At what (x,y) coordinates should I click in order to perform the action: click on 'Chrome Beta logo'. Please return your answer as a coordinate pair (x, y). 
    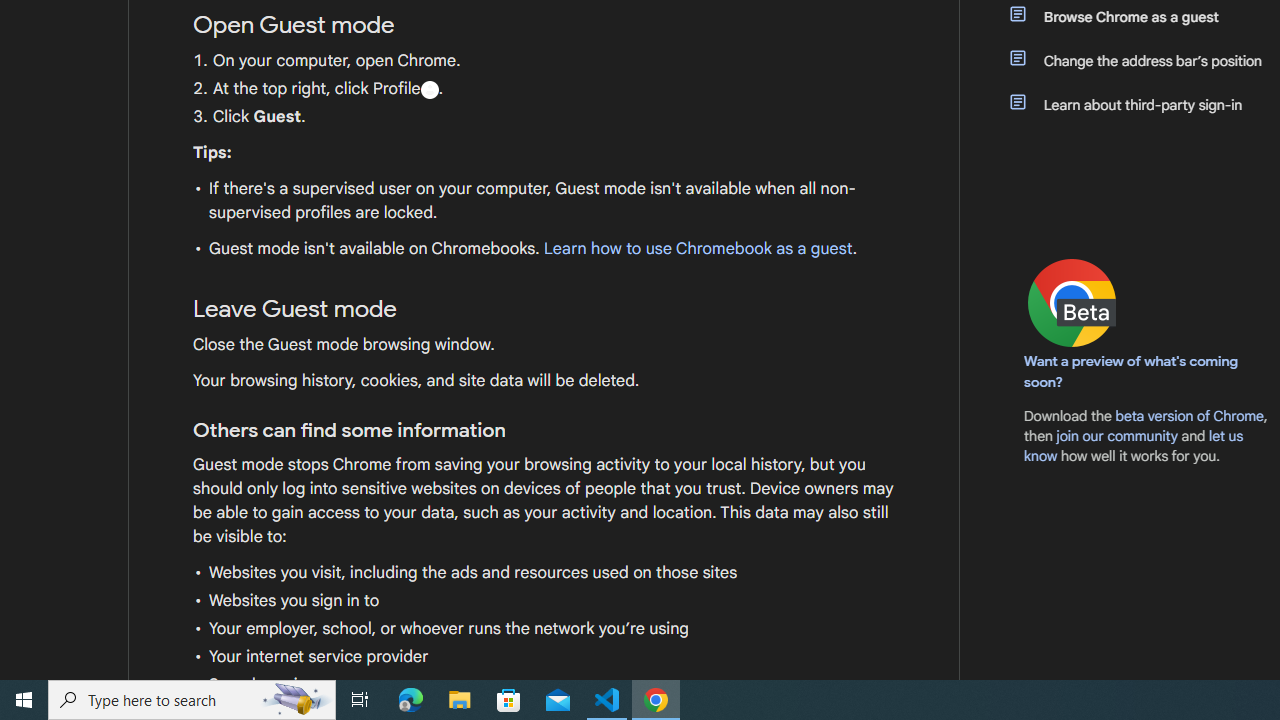
    Looking at the image, I should click on (1071, 303).